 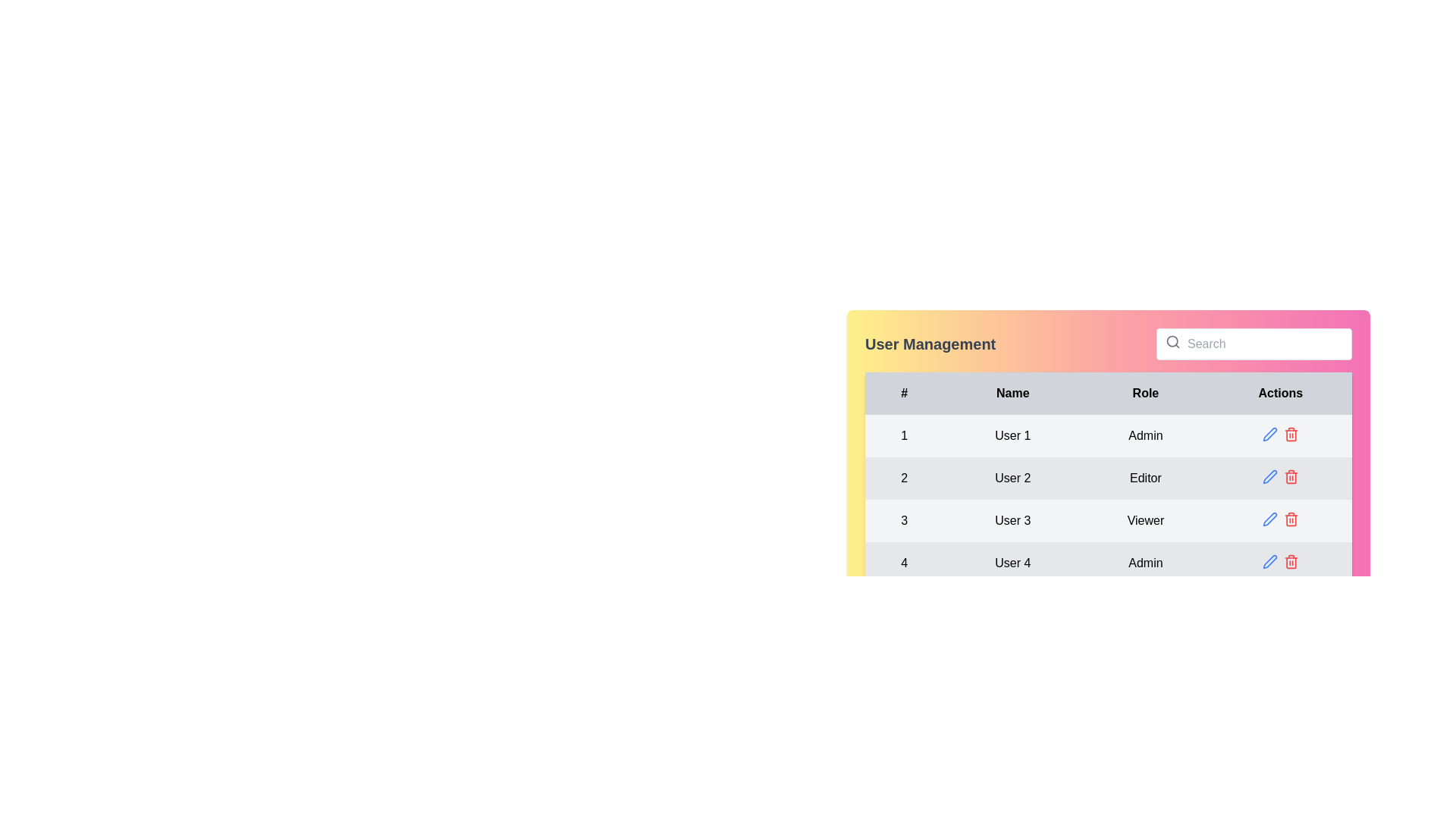 What do you see at coordinates (1290, 519) in the screenshot?
I see `the red trash can icon button located in the 'Actions' column of the third row in the 'User Management' table` at bounding box center [1290, 519].